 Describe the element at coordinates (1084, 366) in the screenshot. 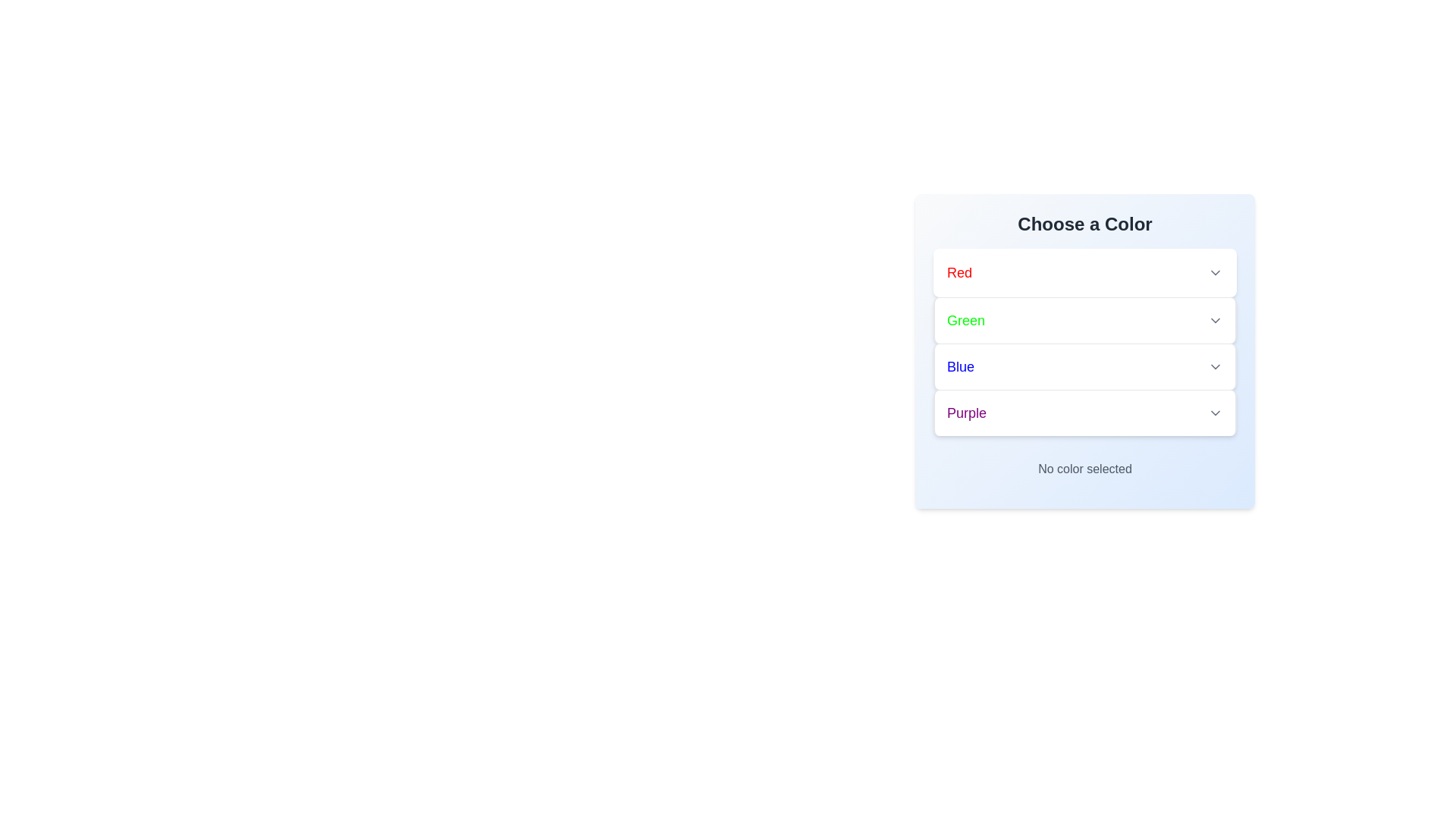

I see `the color item Blue to observe the hover effect` at that location.